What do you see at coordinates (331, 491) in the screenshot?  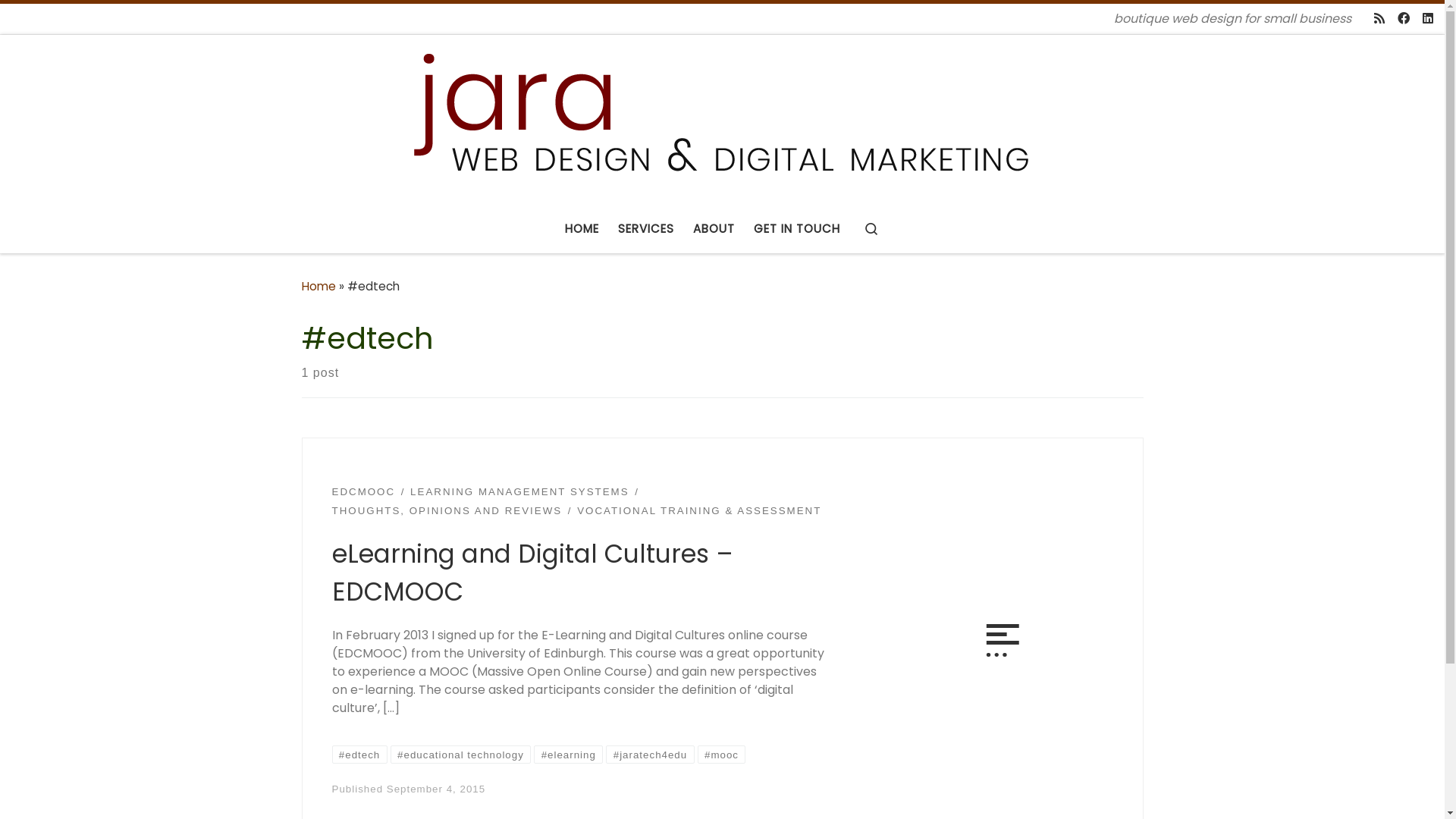 I see `'EDCMOOC'` at bounding box center [331, 491].